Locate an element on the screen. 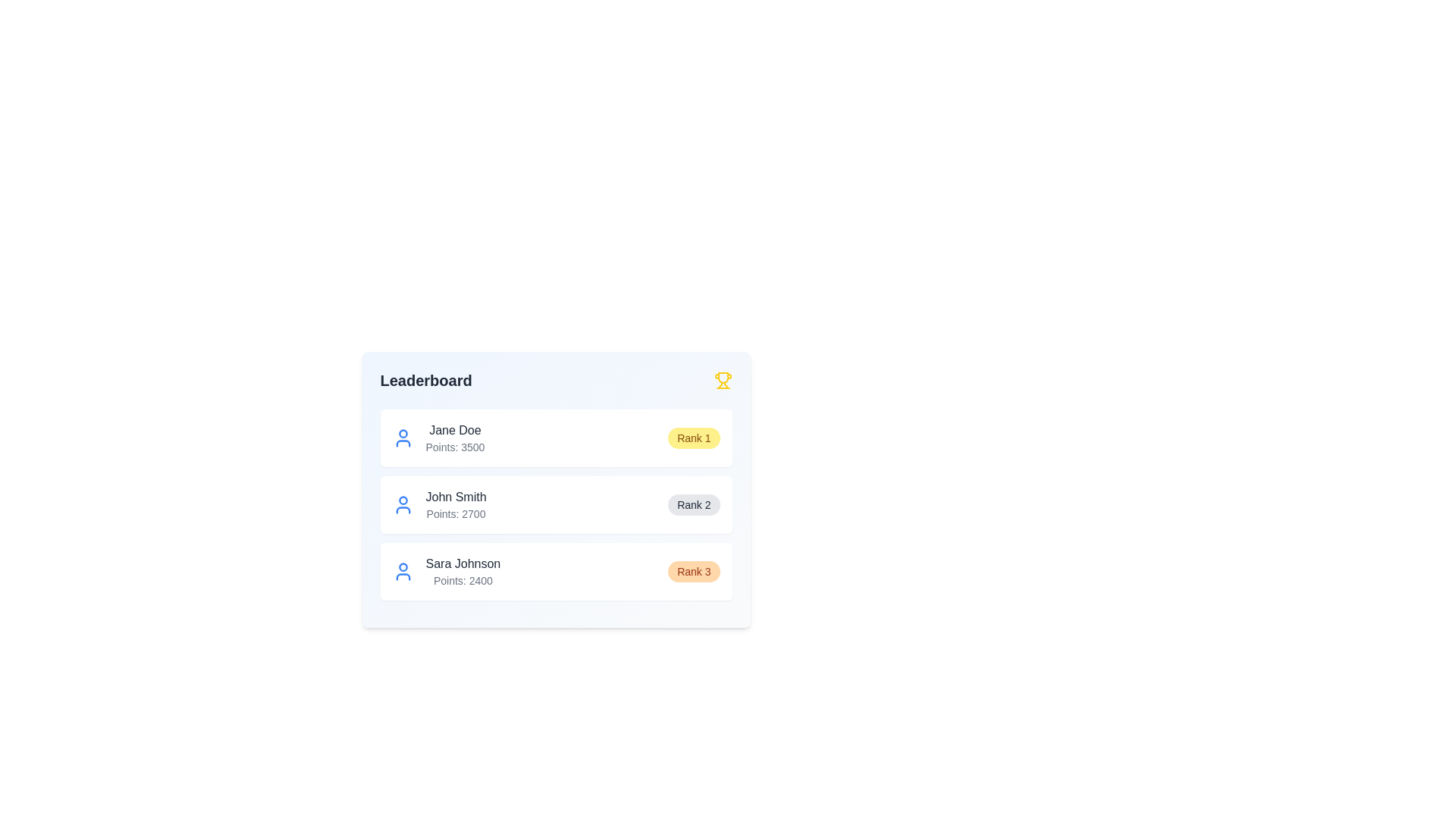 The width and height of the screenshot is (1456, 819). the static text label that indicates the name of the user ranked first on the leaderboard is located at coordinates (454, 430).